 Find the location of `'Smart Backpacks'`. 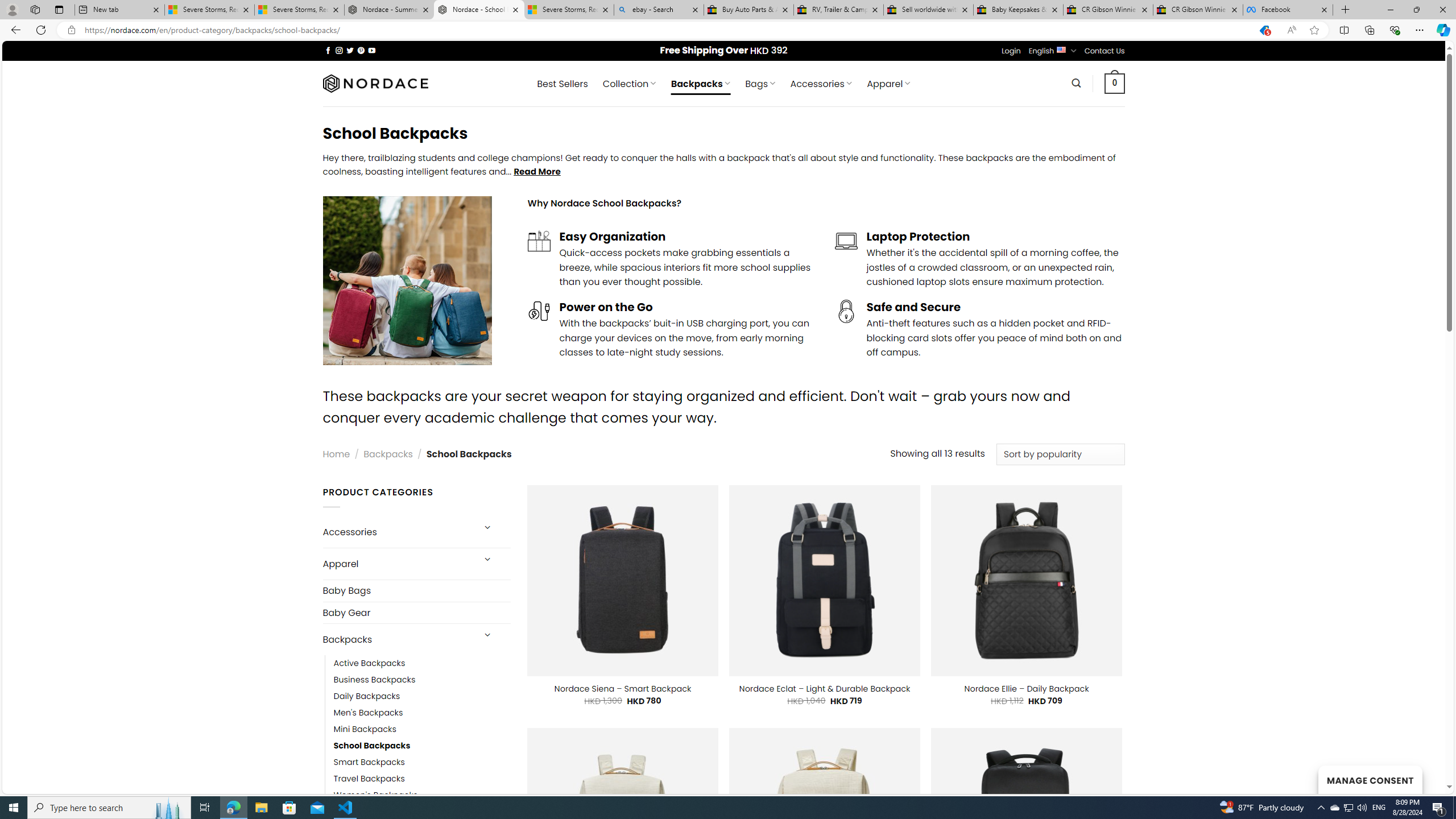

'Smart Backpacks' is located at coordinates (421, 762).